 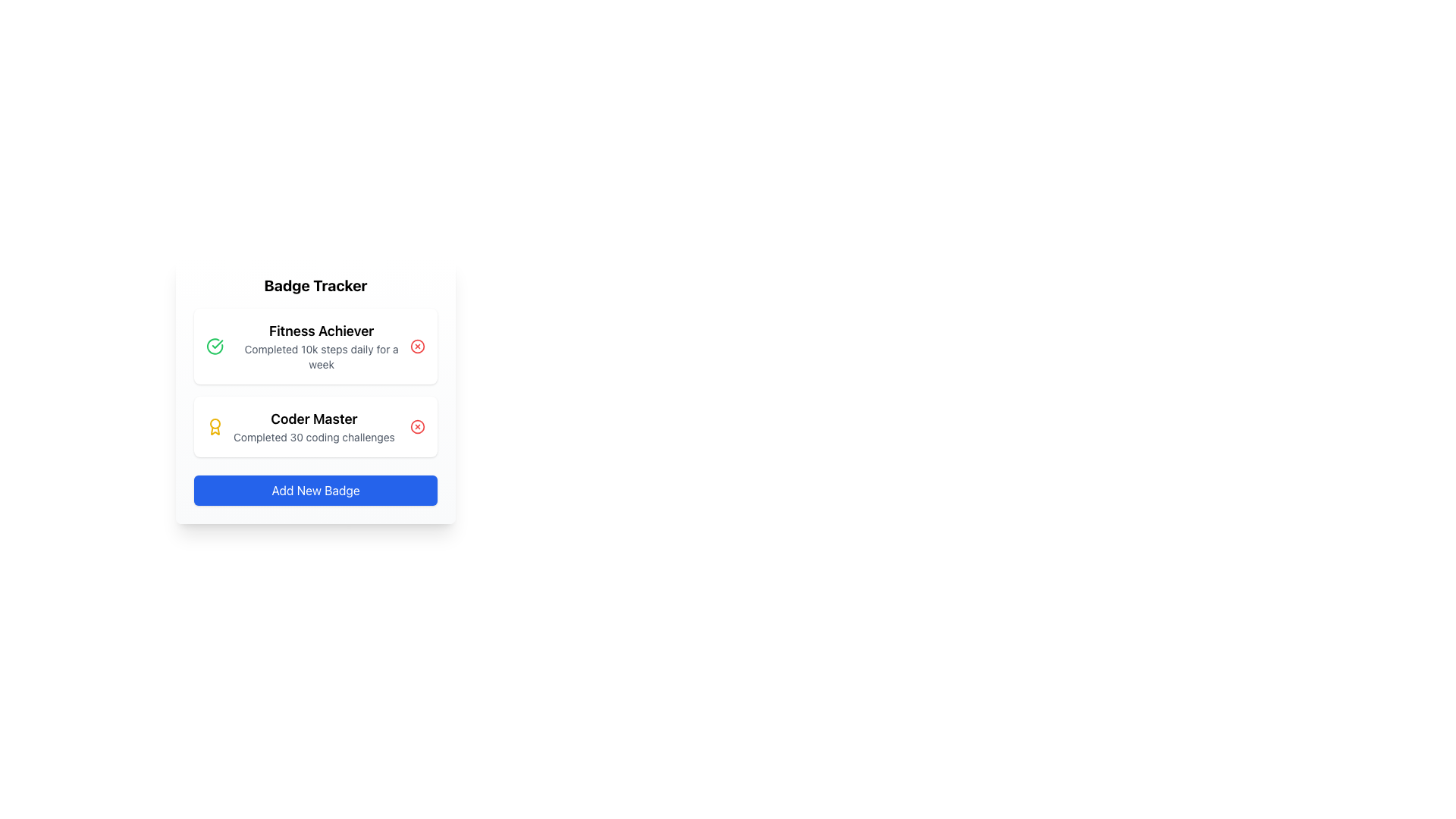 What do you see at coordinates (214, 424) in the screenshot?
I see `the visual representation of the circular graphical element located at the center of the award symbol icon` at bounding box center [214, 424].